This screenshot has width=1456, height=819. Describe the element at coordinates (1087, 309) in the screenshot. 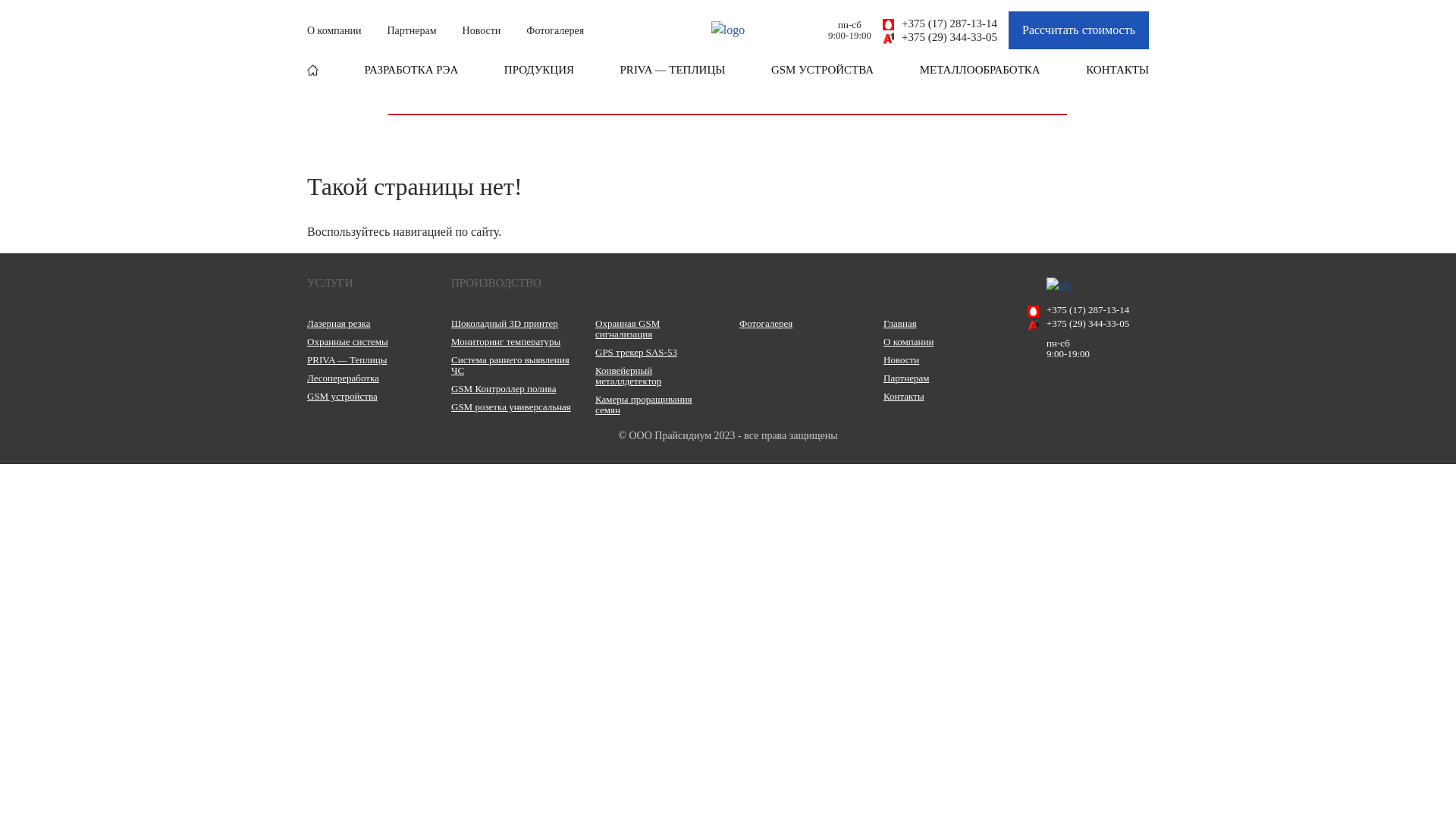

I see `'+375 (17) 287-13-14'` at that location.